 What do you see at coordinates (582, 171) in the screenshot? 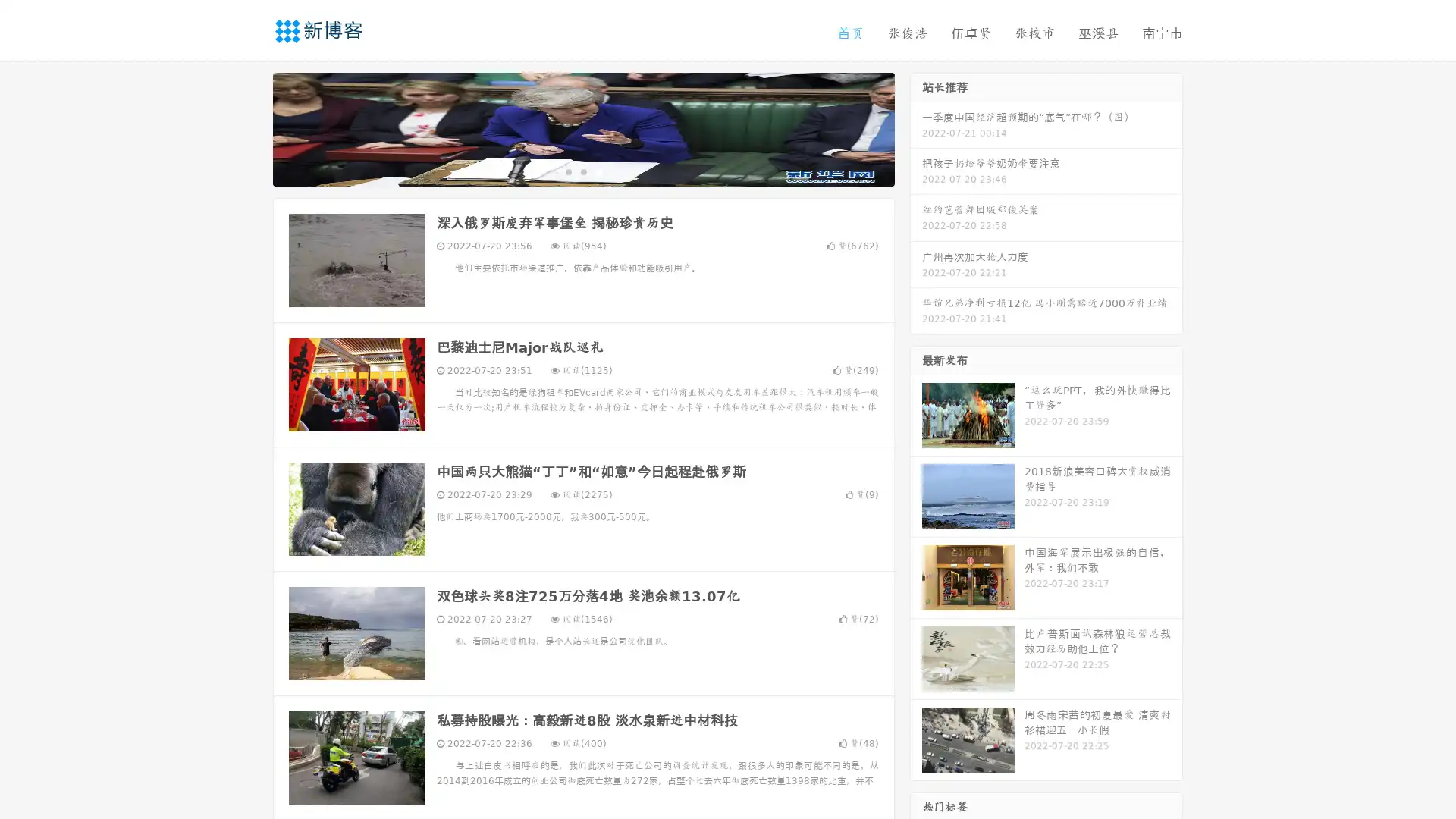
I see `Go to slide 2` at bounding box center [582, 171].